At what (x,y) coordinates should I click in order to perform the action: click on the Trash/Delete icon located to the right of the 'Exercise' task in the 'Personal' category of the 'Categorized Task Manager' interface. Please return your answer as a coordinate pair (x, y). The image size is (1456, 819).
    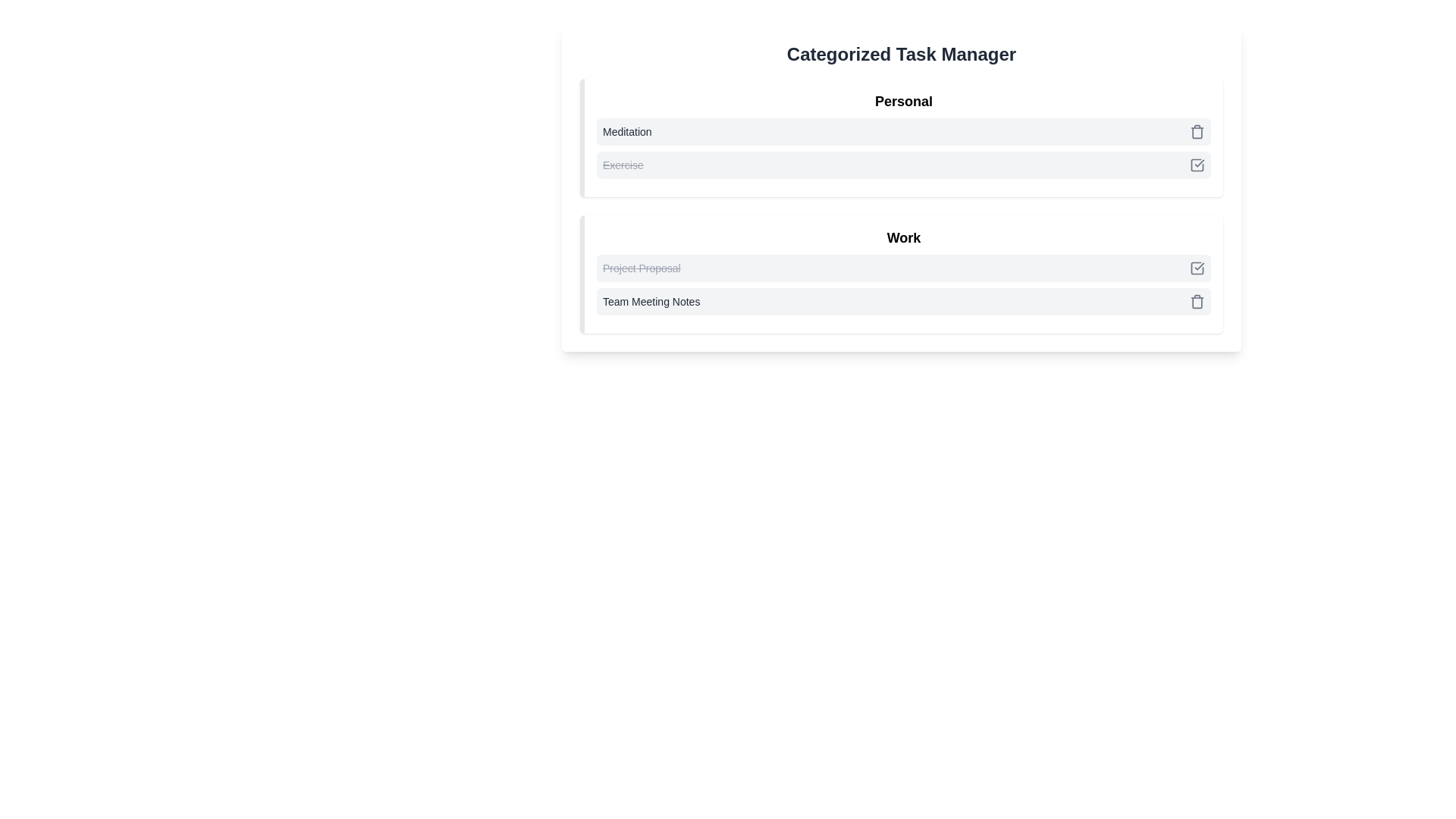
    Looking at the image, I should click on (1197, 131).